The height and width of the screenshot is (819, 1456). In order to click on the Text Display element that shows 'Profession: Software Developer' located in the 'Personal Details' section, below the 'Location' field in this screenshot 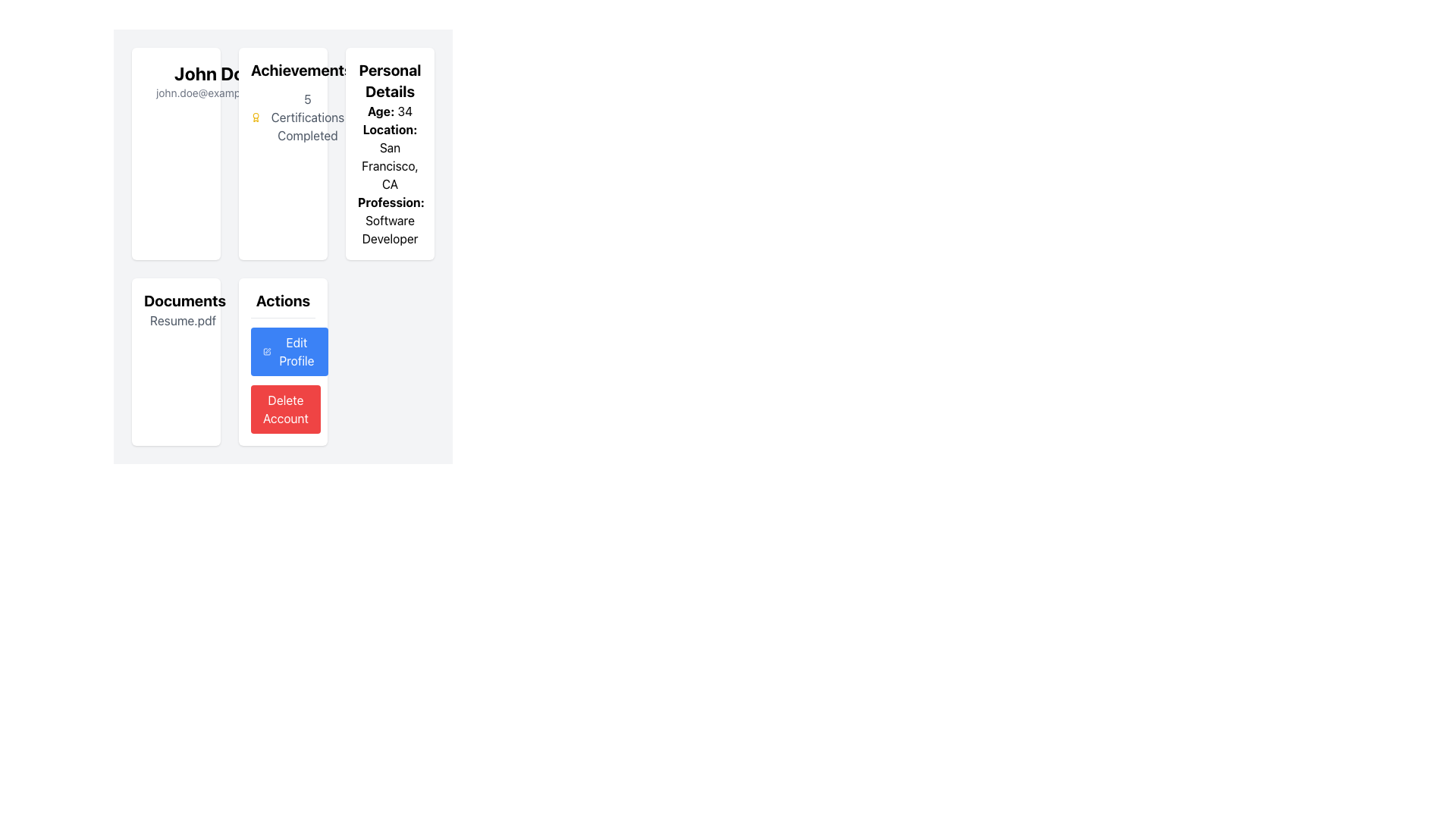, I will do `click(390, 220)`.